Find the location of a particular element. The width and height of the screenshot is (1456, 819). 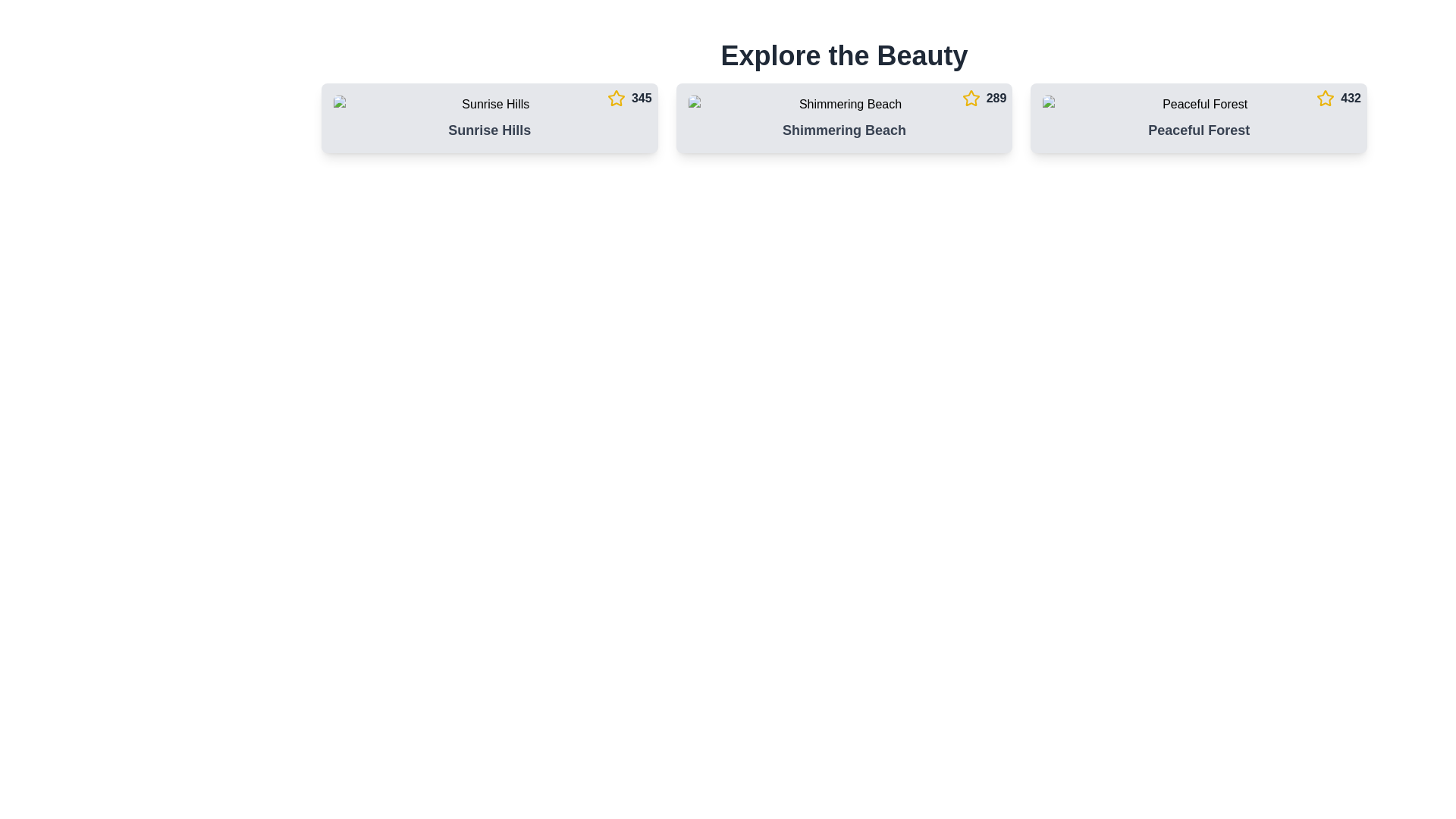

the rating display element featuring a star icon with a yellow outline and the number '345' in bold, dark text located in the top-right corner of the 'Sunrise Hills' card is located at coordinates (629, 99).